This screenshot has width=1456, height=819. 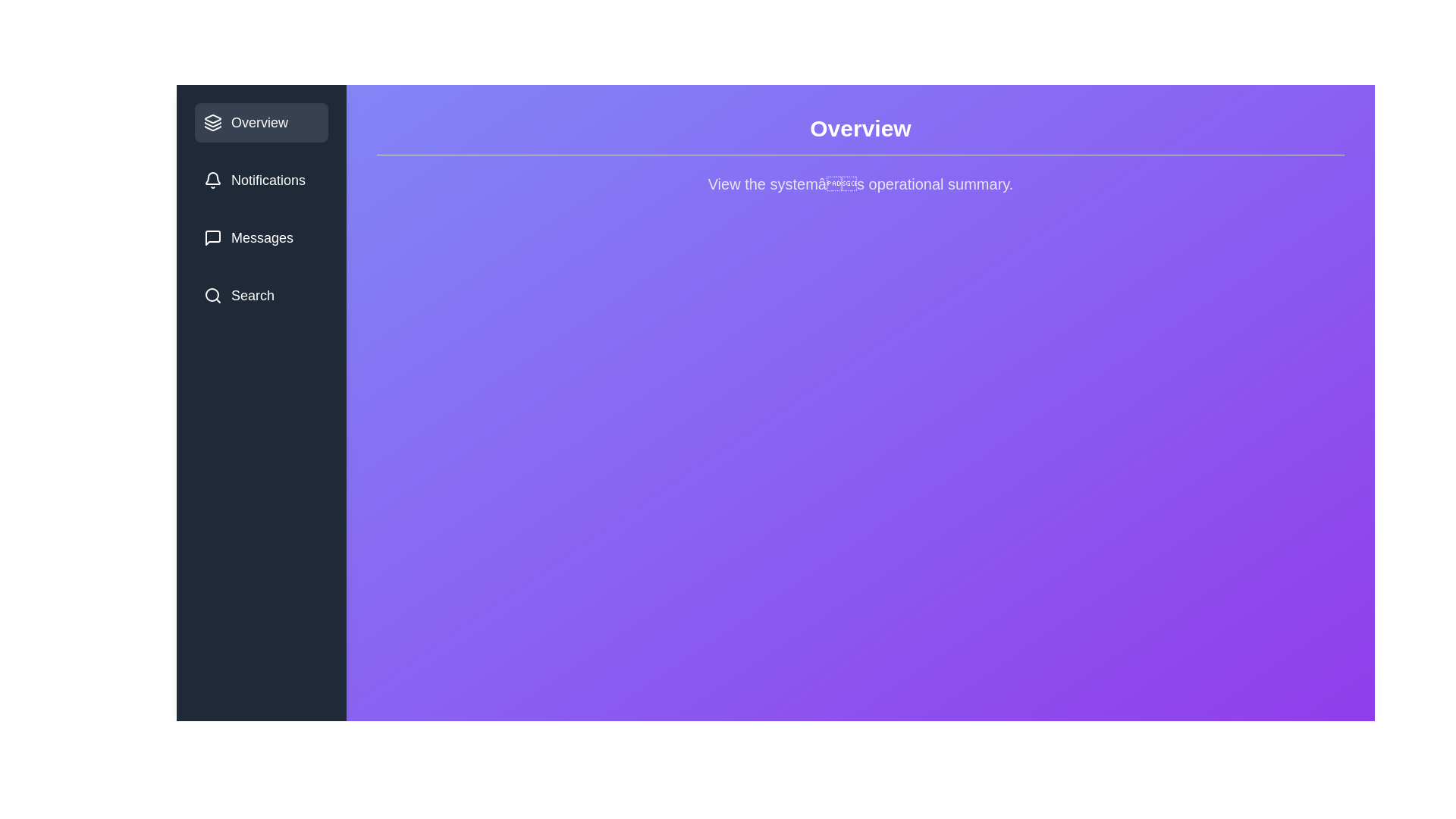 I want to click on the Messages tab in the menu, so click(x=262, y=237).